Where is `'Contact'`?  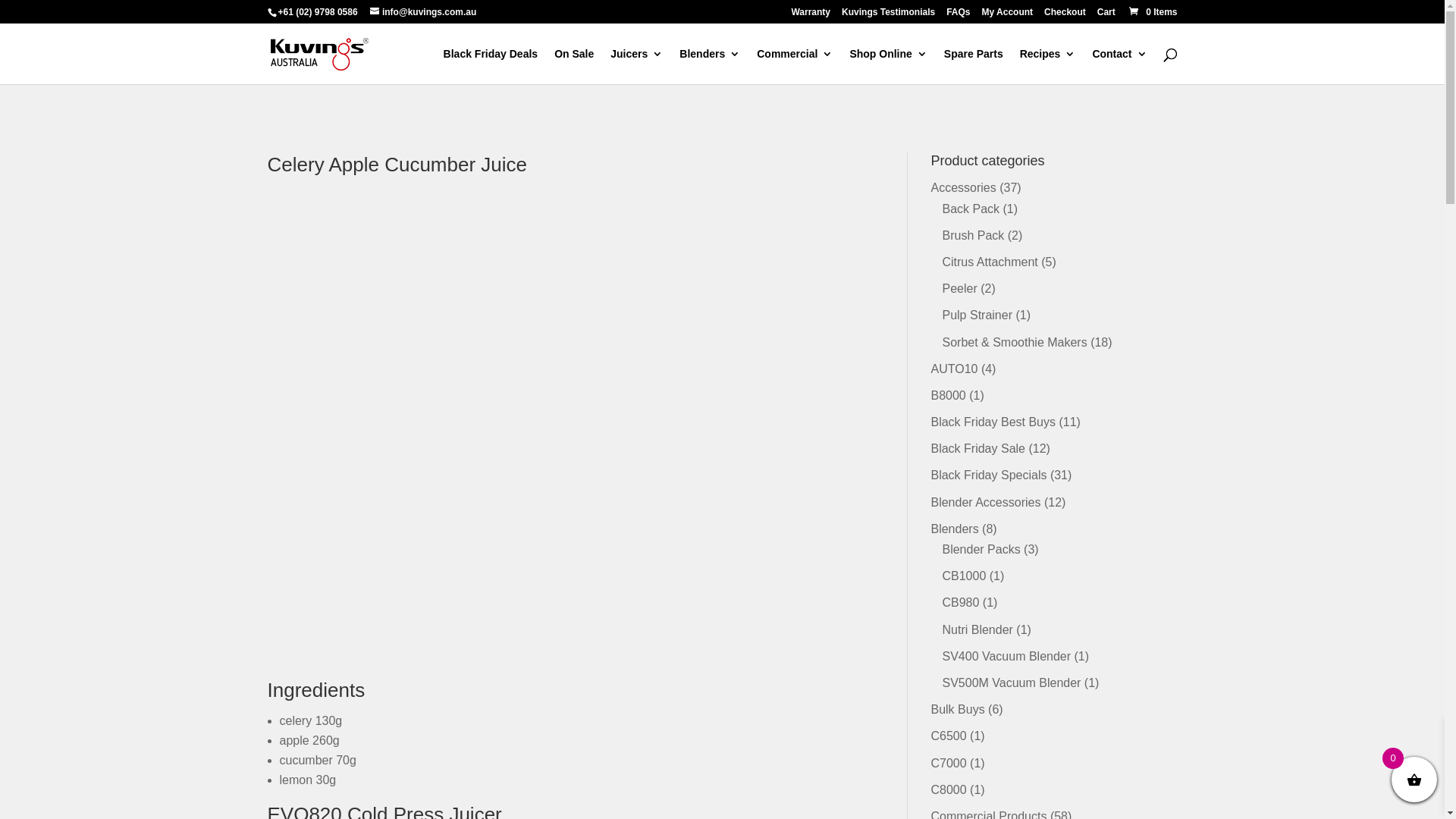
'Contact' is located at coordinates (1119, 65).